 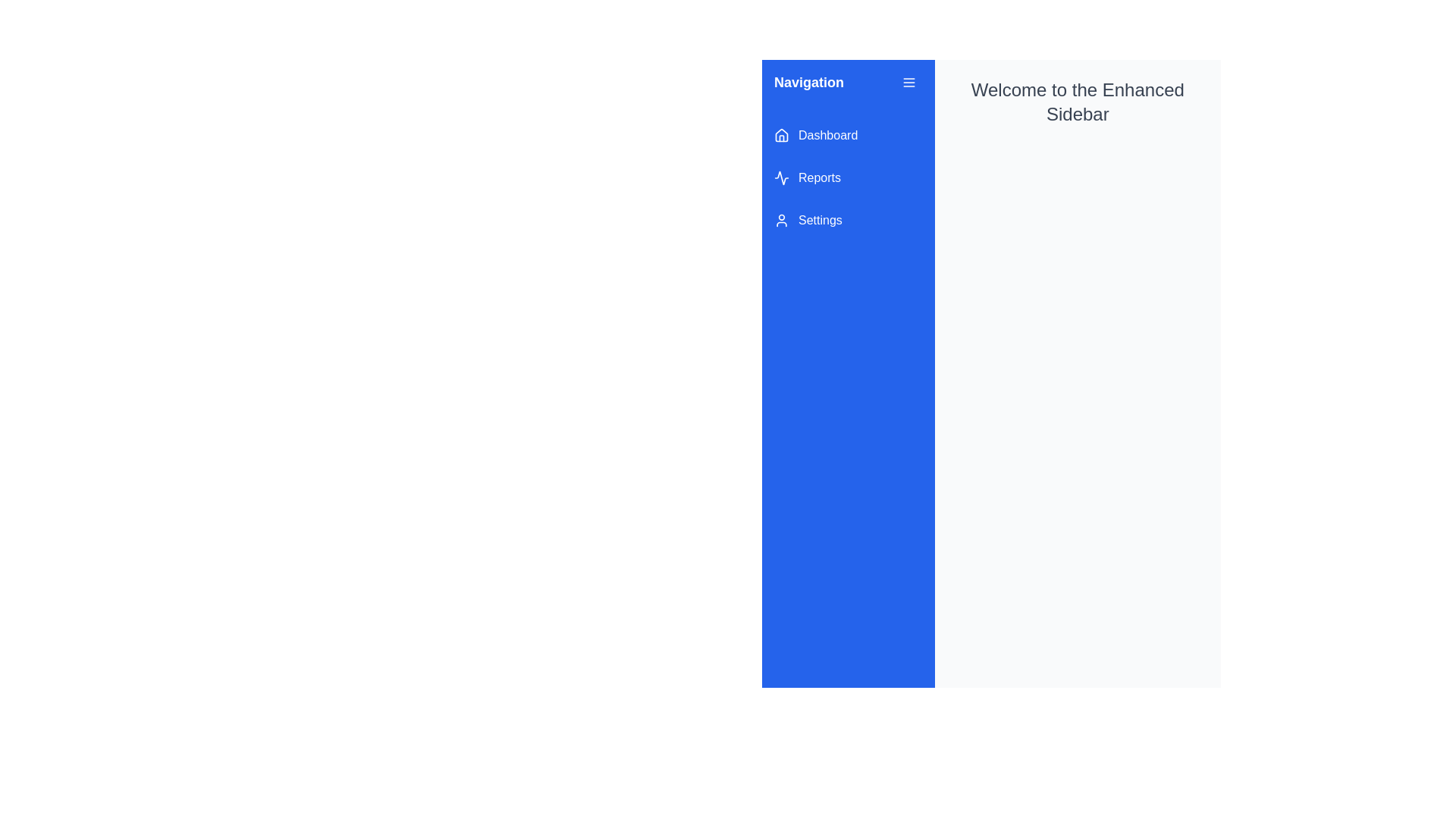 What do you see at coordinates (847, 220) in the screenshot?
I see `the third button in the vertical navigation menu labeled 'Navigation'` at bounding box center [847, 220].